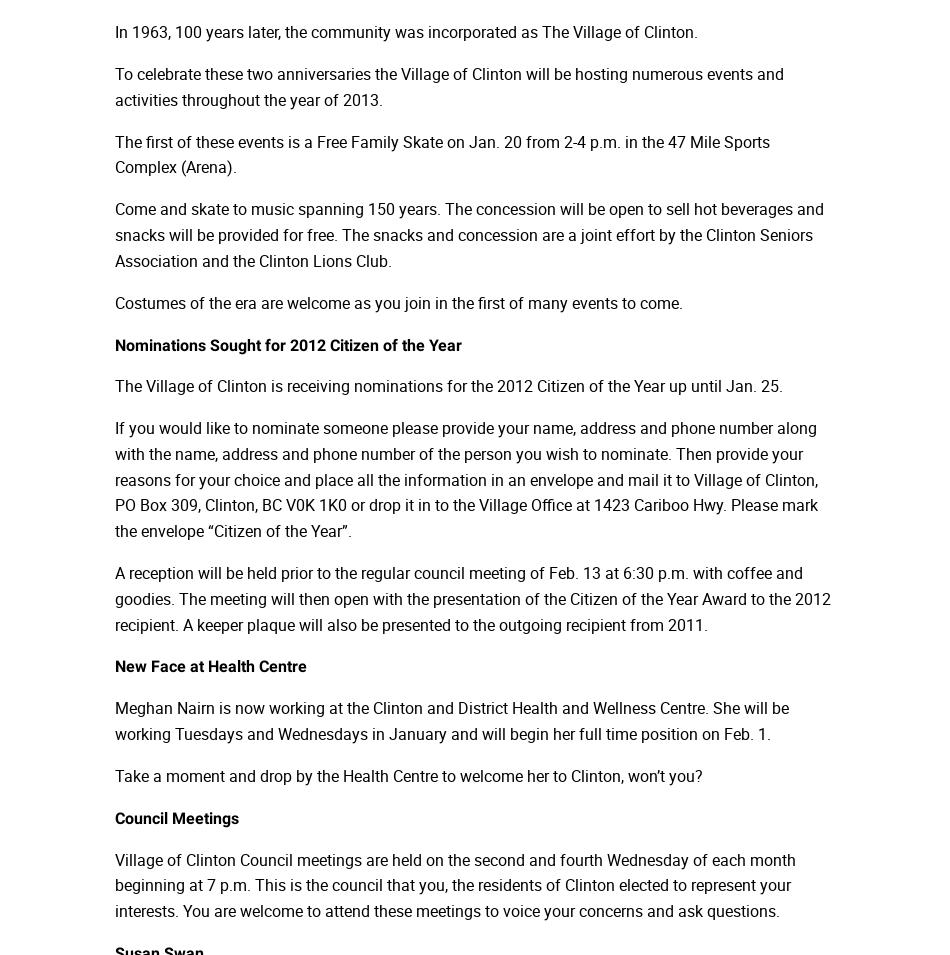  Describe the element at coordinates (441, 153) in the screenshot. I see `'The first of these events is a Free Family Skate on Jan. 20 from 2-4 p.m. in the 47 Mile Sports Complex (Arena).'` at that location.